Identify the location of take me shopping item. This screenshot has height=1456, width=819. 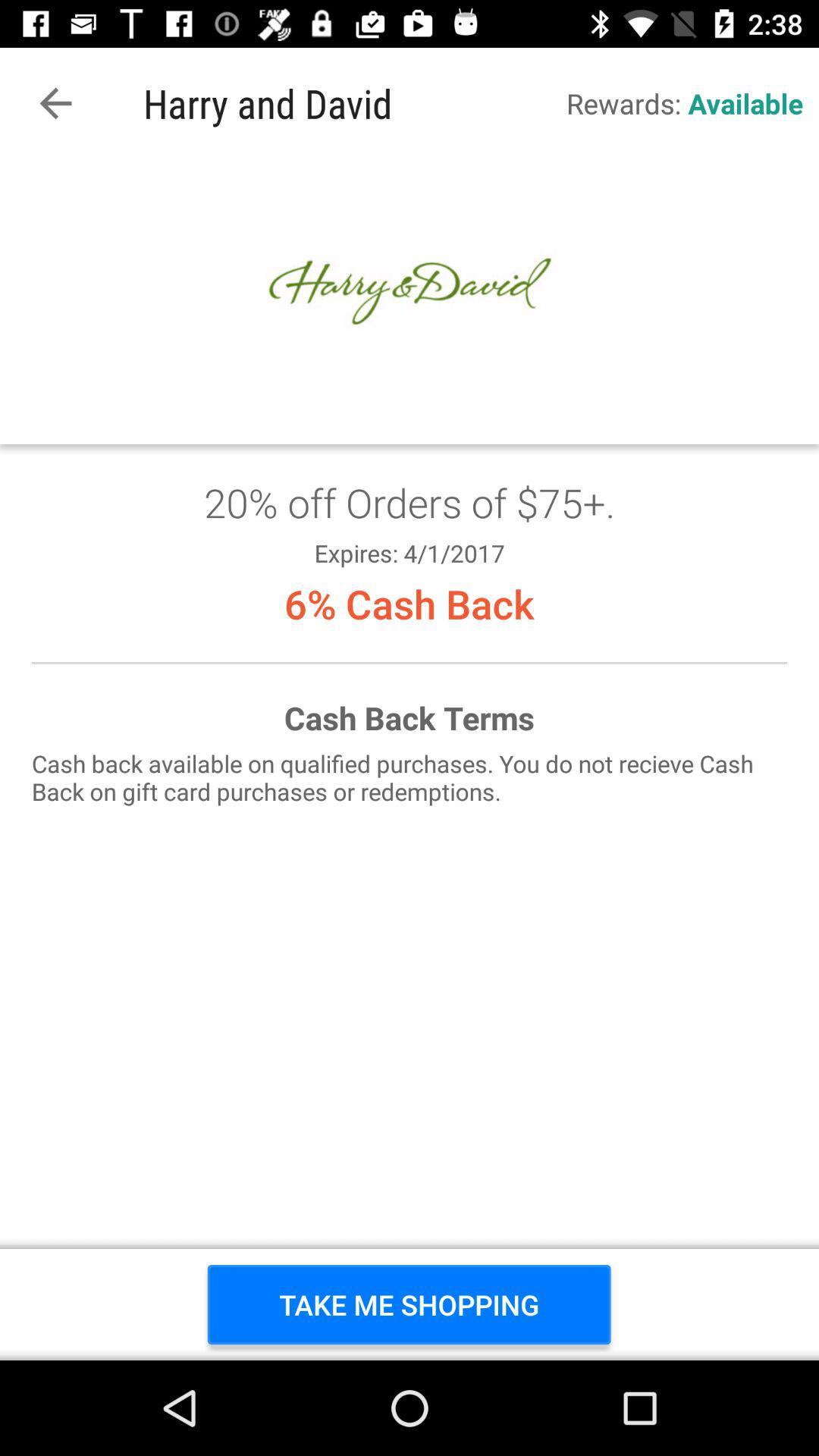
(408, 1304).